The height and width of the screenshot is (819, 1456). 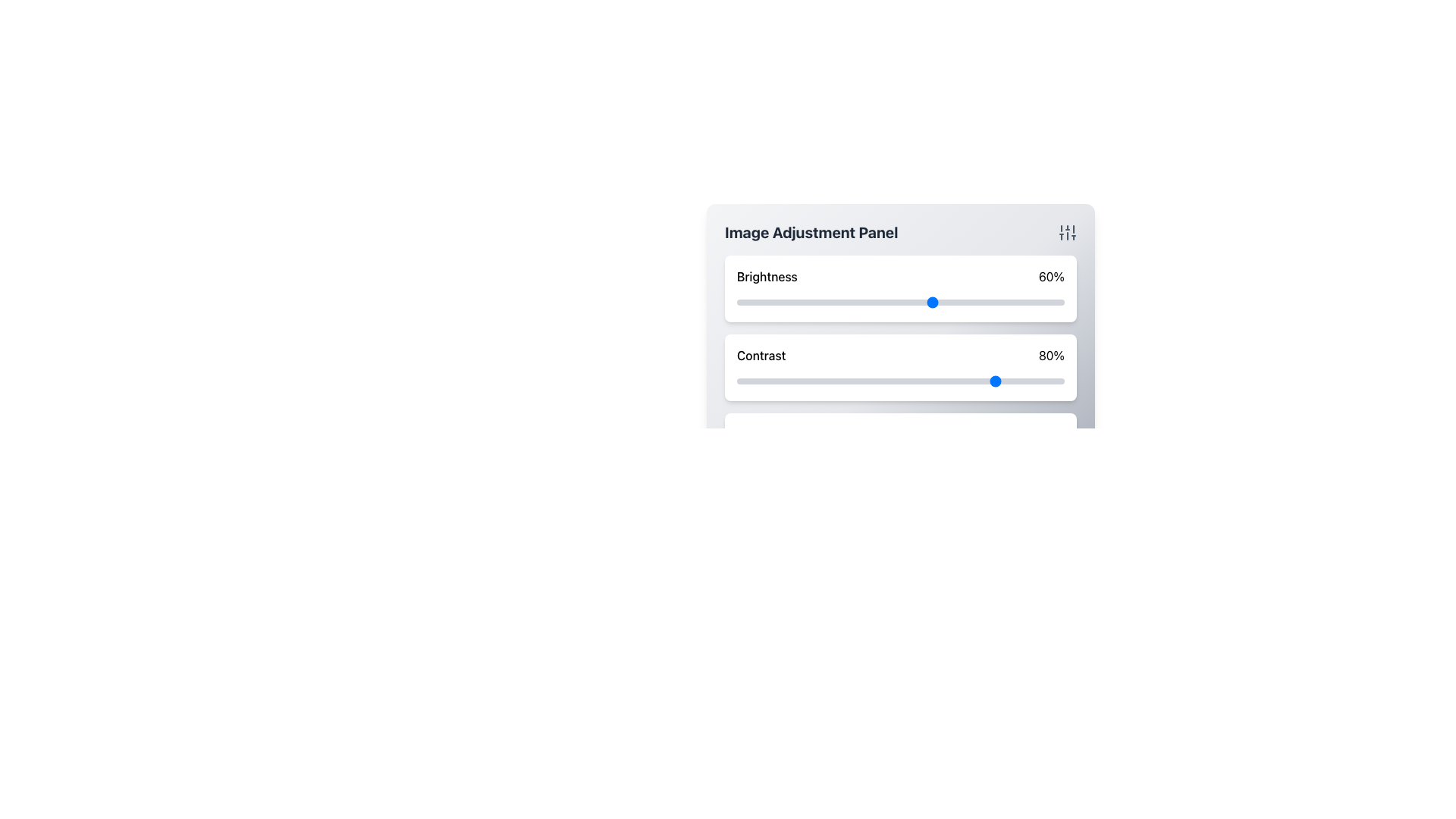 I want to click on the 'Image Adjustment Panel' header, which is a bold, large-sized dark gray text located at the top section of the panel interface, so click(x=811, y=233).